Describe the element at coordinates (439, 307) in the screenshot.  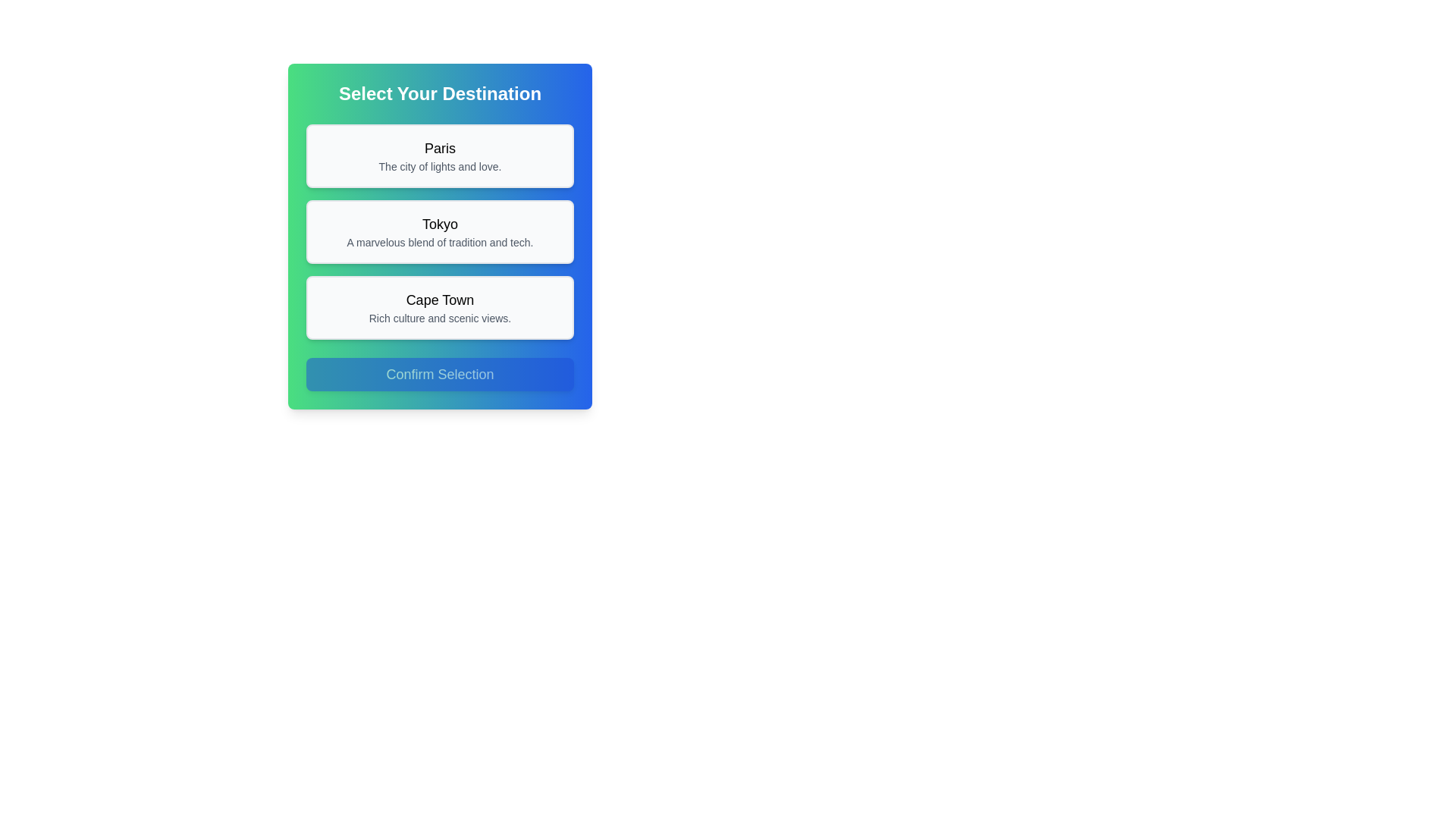
I see `the selectable destination option labeled 'Cape Town' which is the third item in a vertical list of destination options` at that location.